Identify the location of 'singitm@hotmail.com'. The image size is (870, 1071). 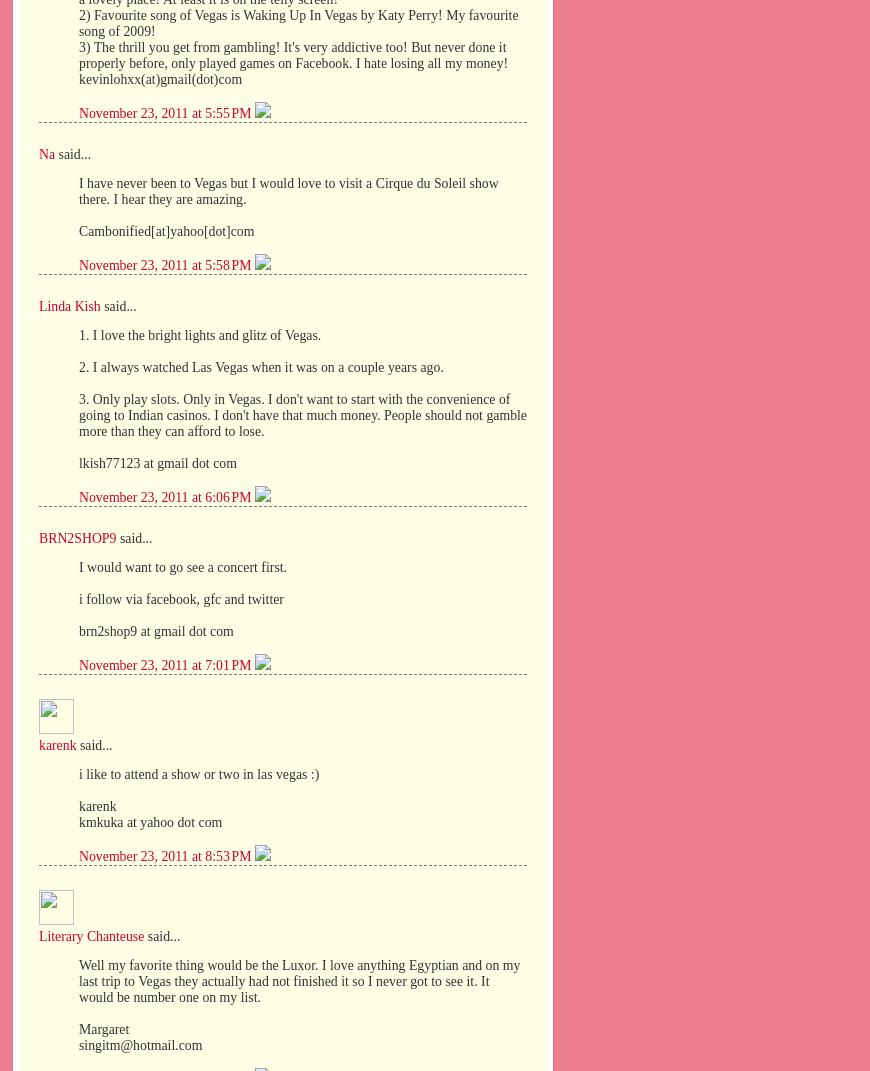
(139, 1045).